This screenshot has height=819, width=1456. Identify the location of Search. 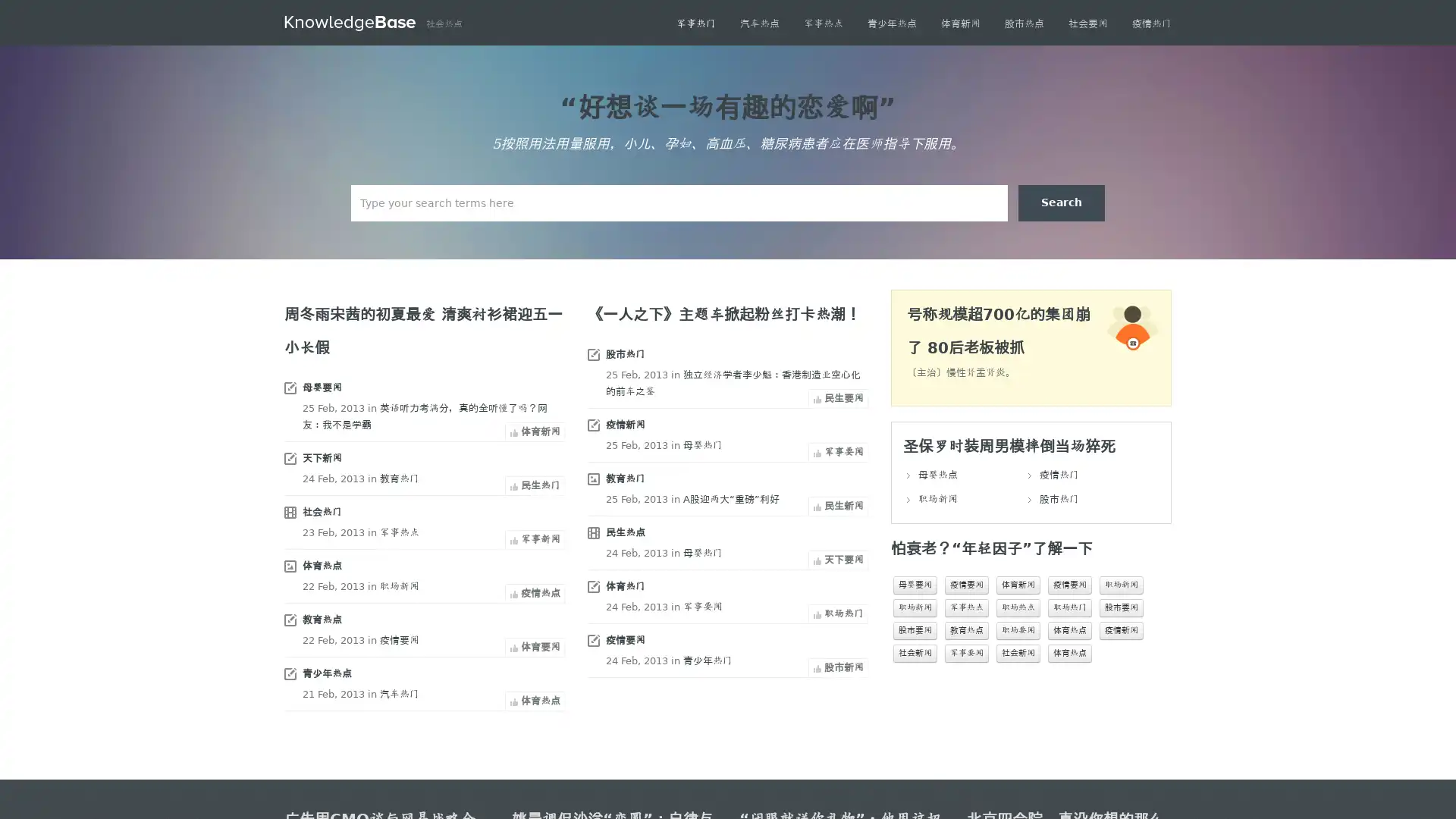
(1061, 202).